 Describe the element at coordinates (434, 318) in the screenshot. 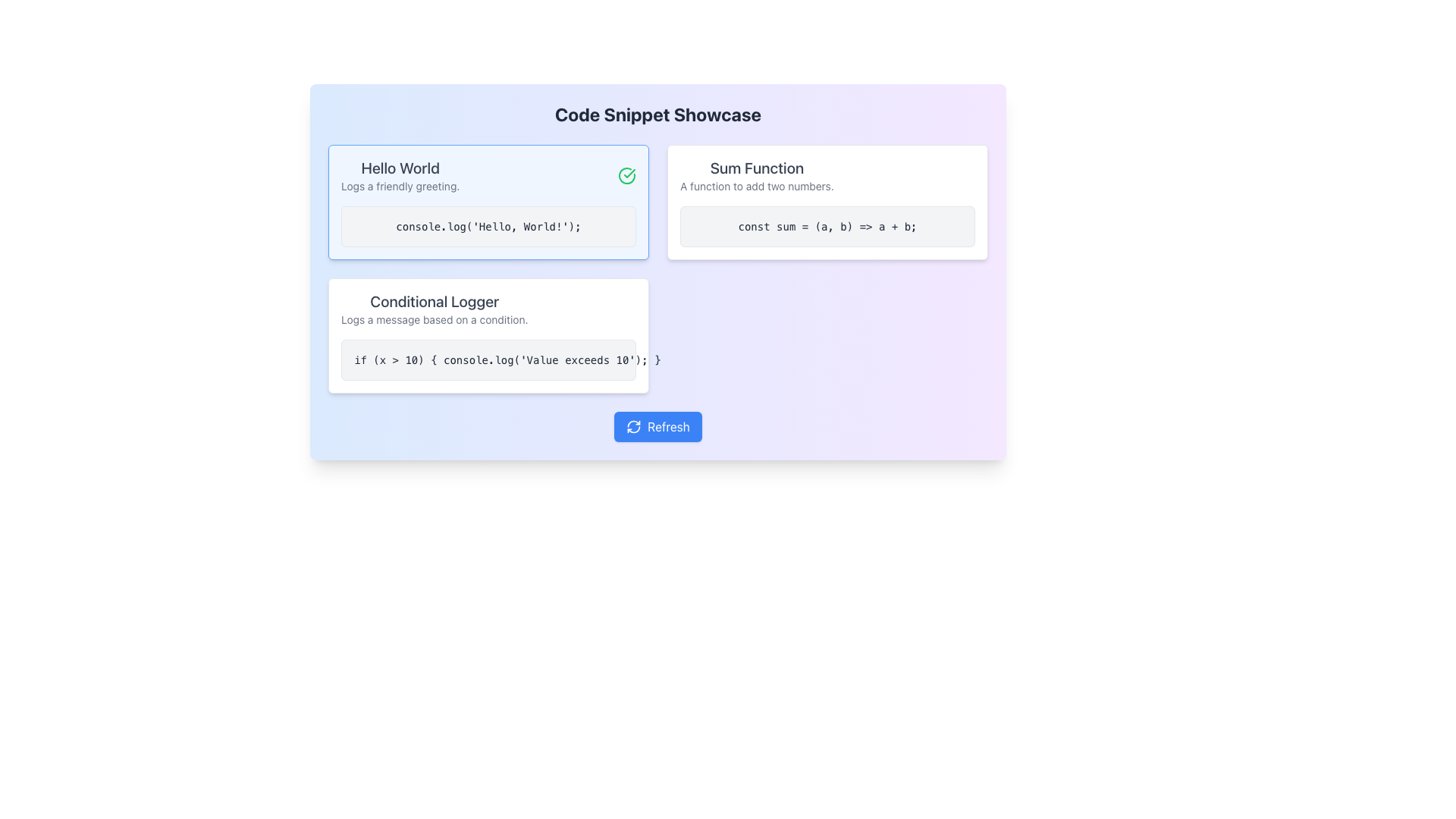

I see `the text element that provides a brief description of the functionality of the 'Conditional Logger' card, located in the lower section of the card beneath its title` at that location.